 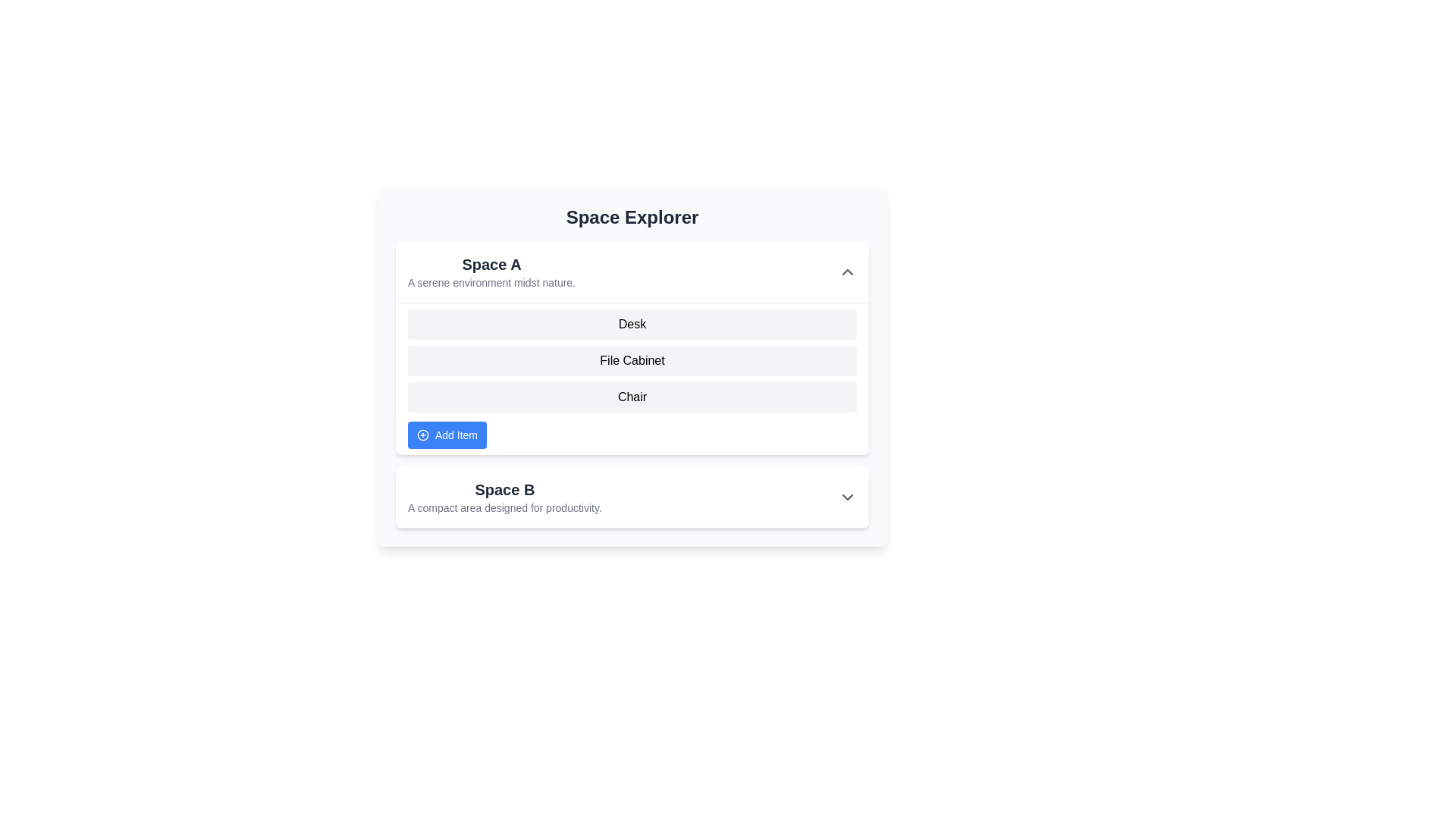 I want to click on the toggle icon button located on the right side of the 'Space A' section to collapse its contents, so click(x=847, y=271).